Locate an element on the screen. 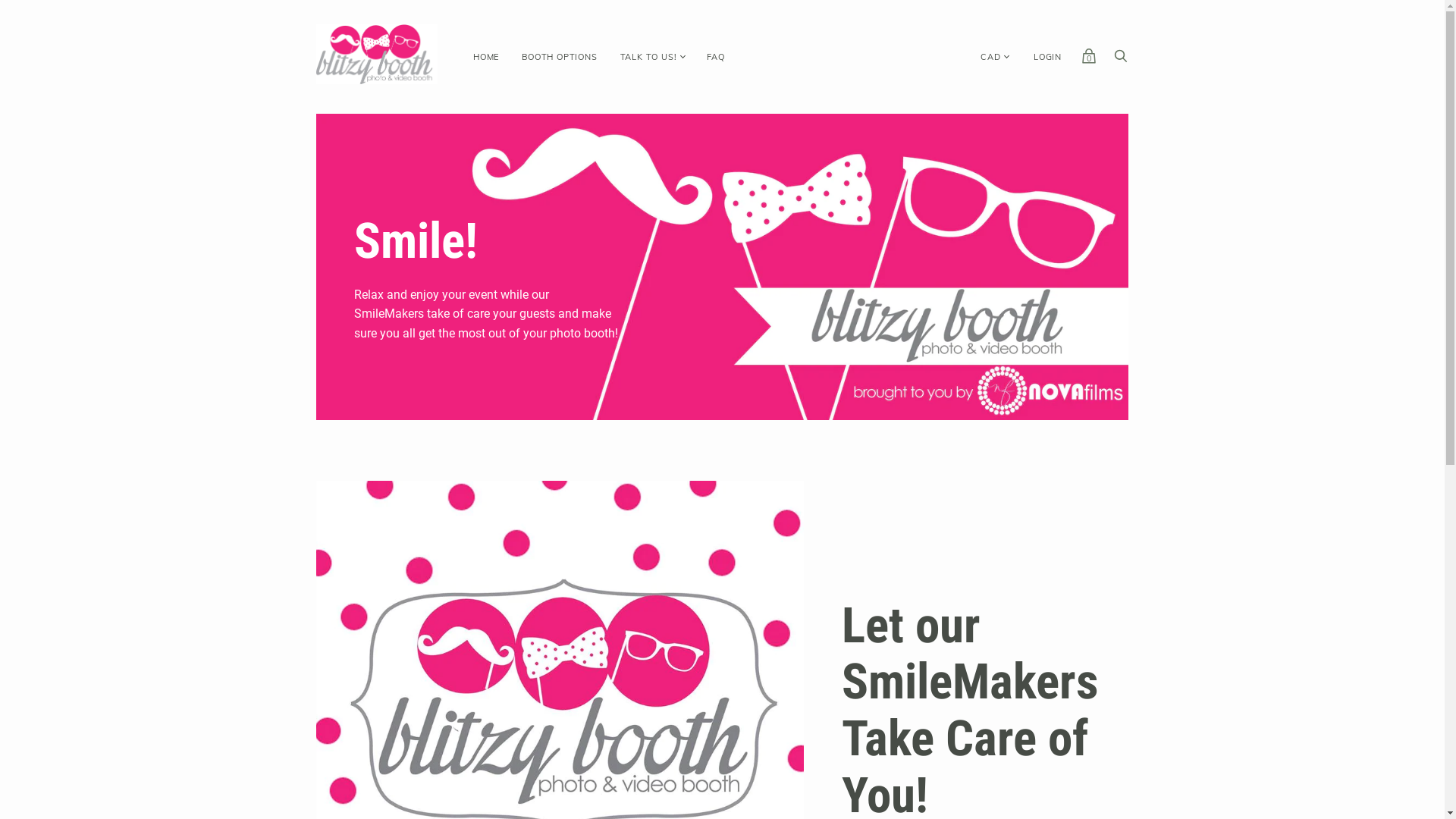 This screenshot has width=1456, height=819. 'BOOTH OPTIONS' is located at coordinates (558, 56).